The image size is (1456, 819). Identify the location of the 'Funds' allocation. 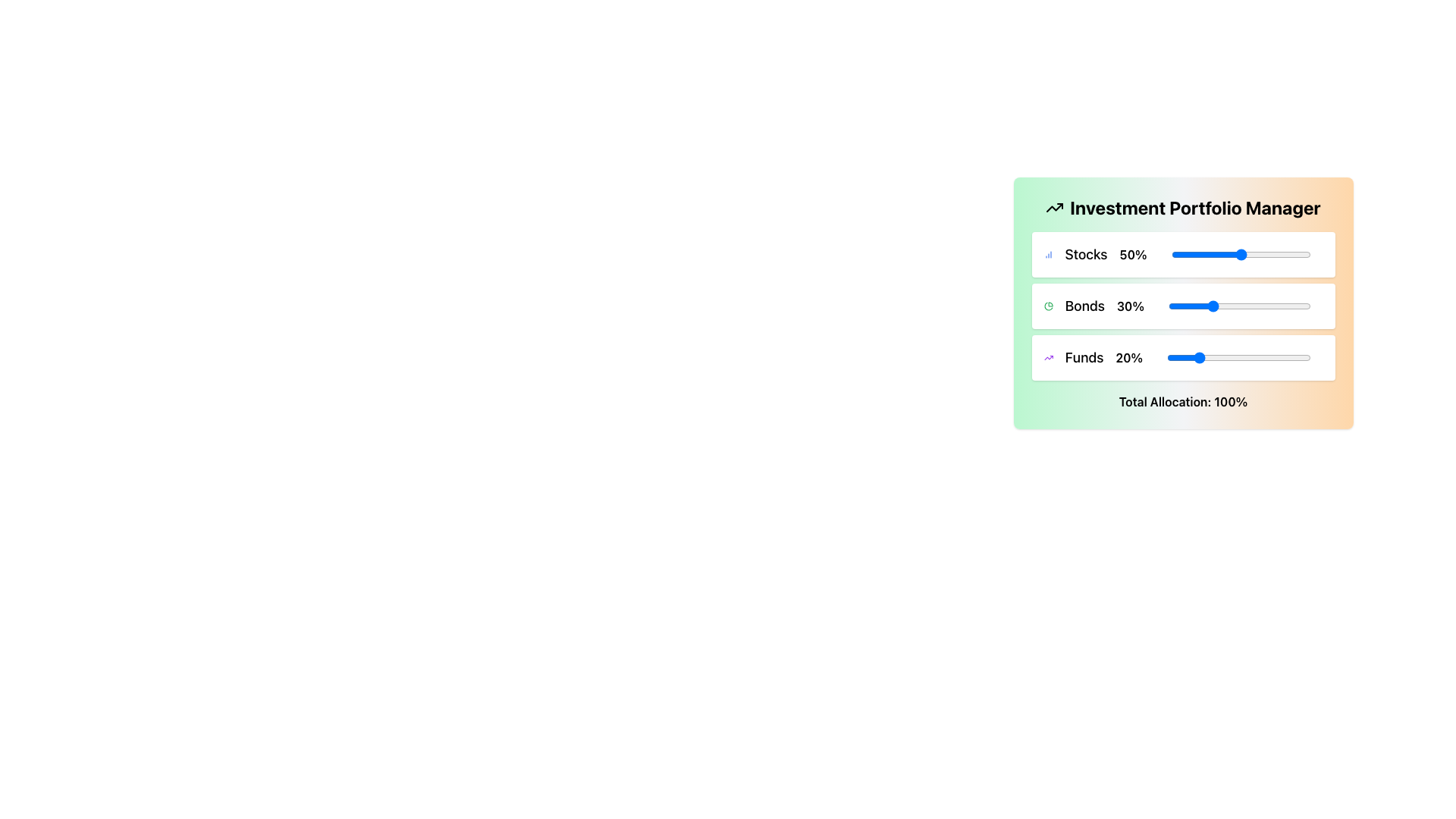
(1207, 357).